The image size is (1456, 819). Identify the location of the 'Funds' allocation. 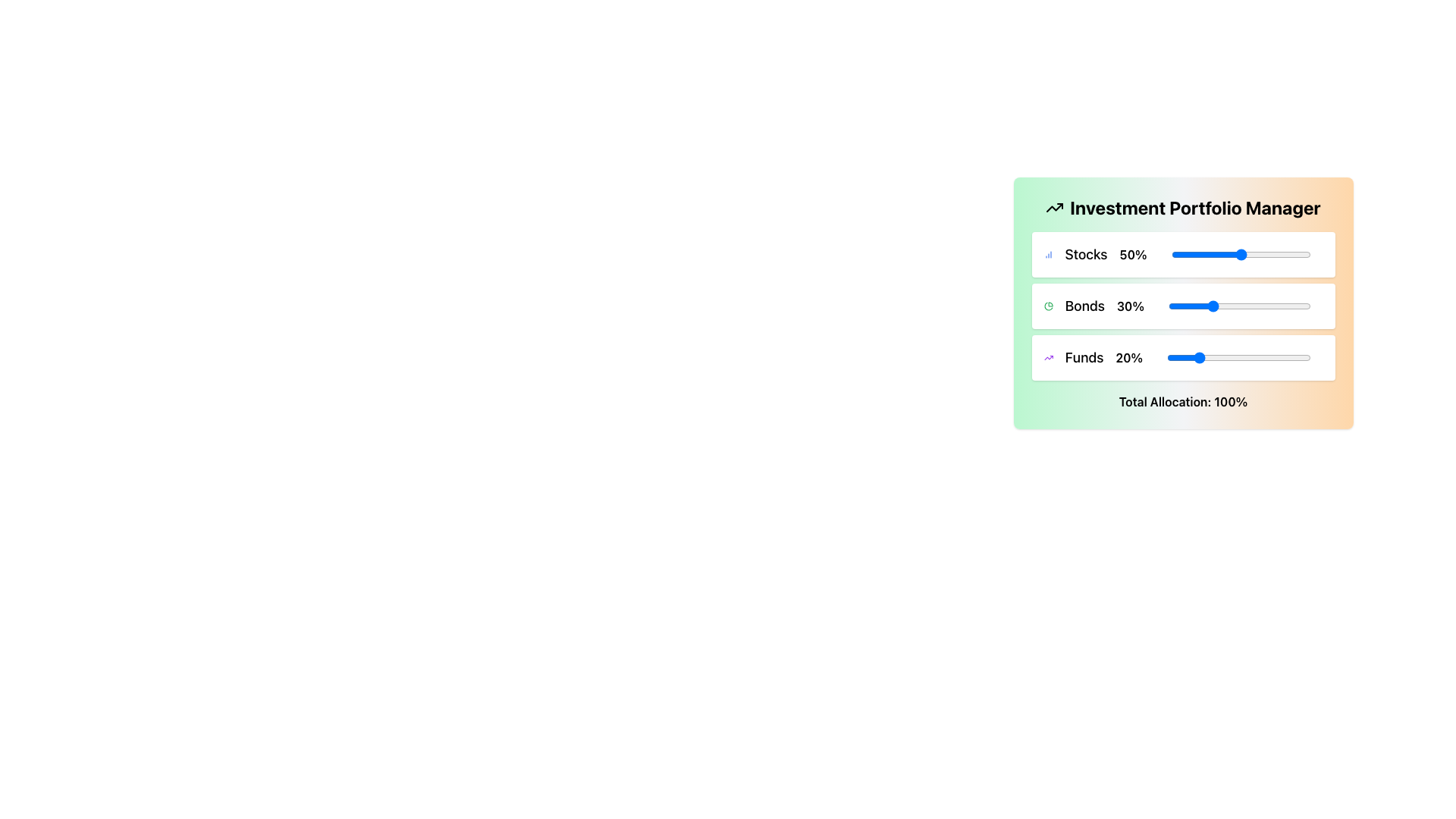
(1207, 357).